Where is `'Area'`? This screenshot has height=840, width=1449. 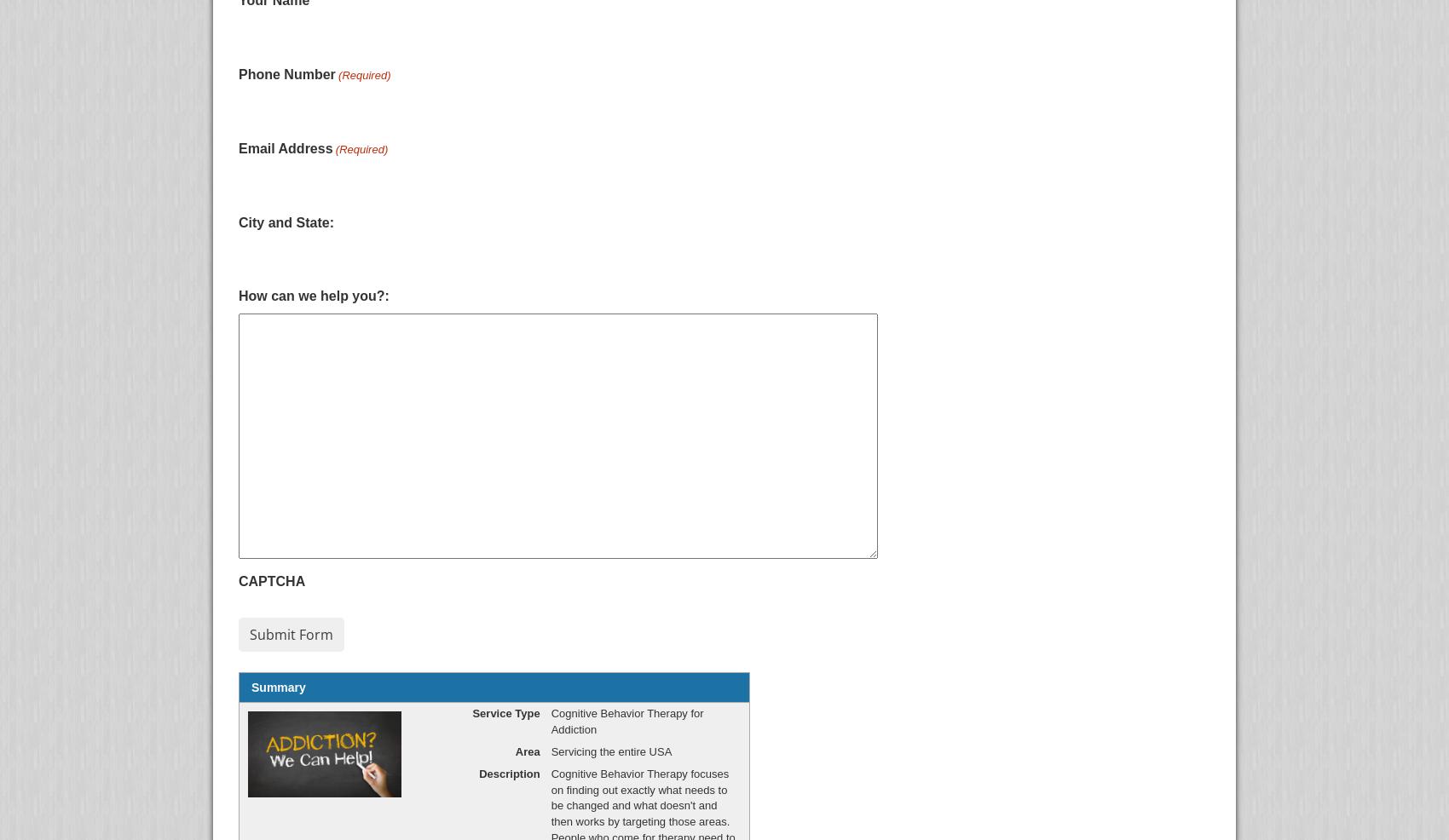 'Area' is located at coordinates (514, 750).